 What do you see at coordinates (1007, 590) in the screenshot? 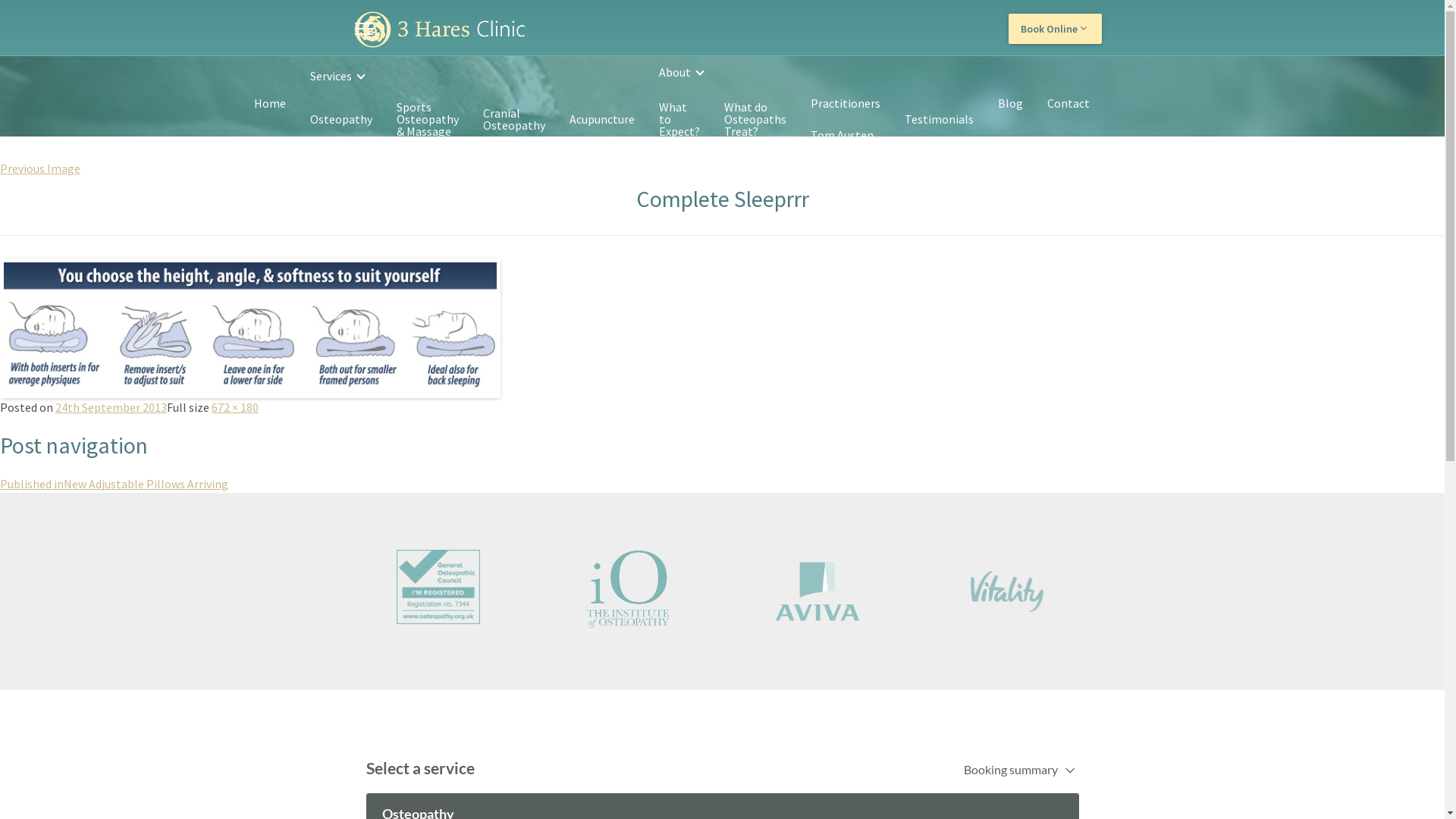
I see `'Vitality'` at bounding box center [1007, 590].